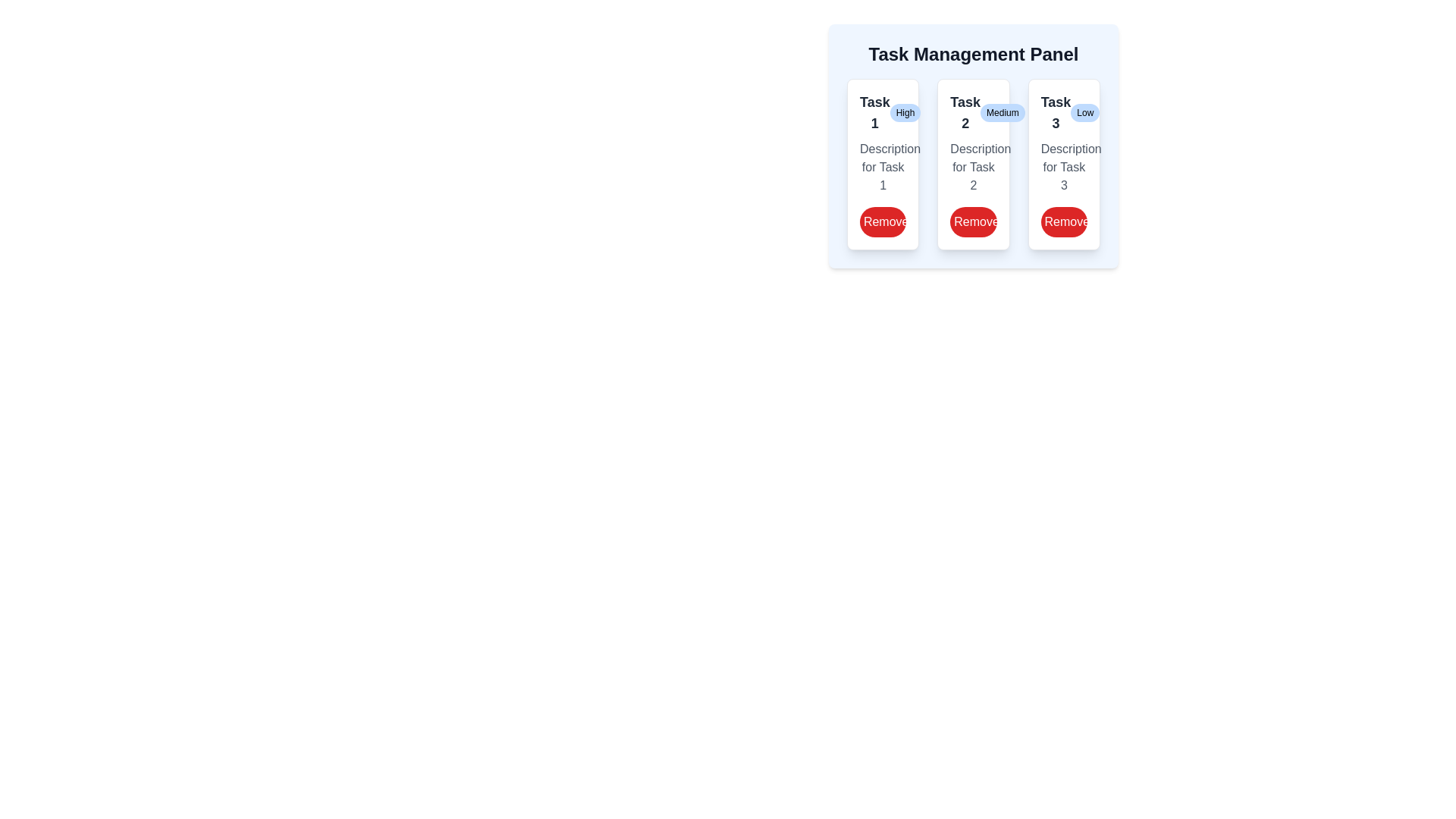 This screenshot has width=1456, height=819. Describe the element at coordinates (1063, 222) in the screenshot. I see `'Remove' button for task 3` at that location.